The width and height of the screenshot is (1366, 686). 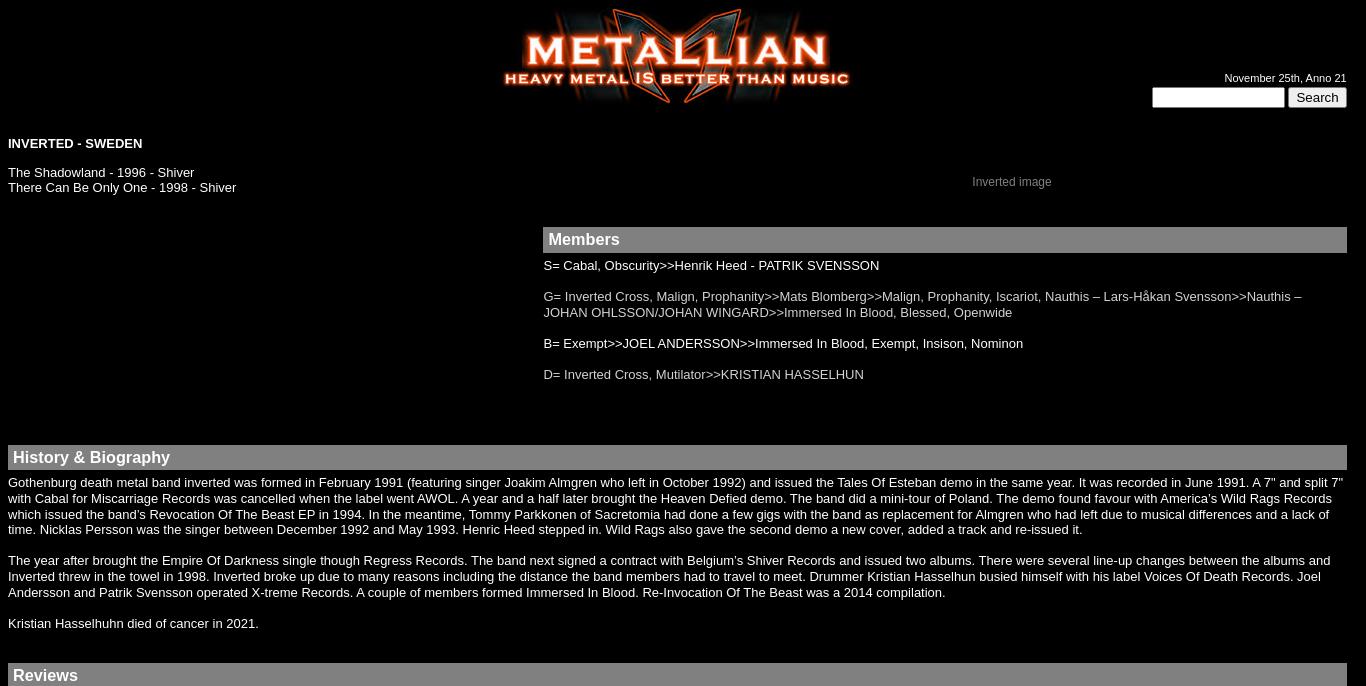 What do you see at coordinates (40, 143) in the screenshot?
I see `'INVERTED'` at bounding box center [40, 143].